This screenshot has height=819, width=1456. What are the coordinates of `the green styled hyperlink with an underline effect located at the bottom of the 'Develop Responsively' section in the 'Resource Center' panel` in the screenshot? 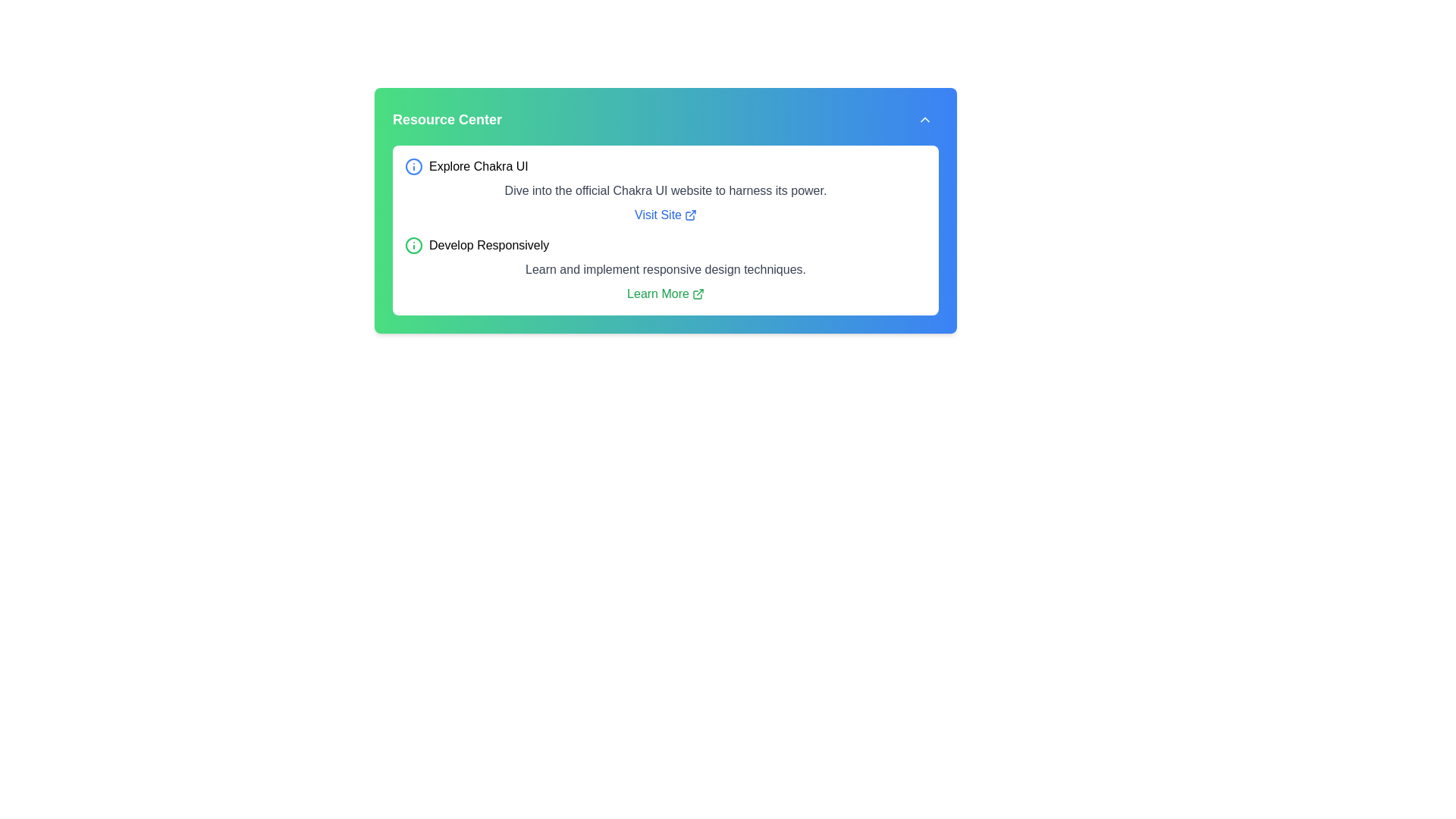 It's located at (665, 294).